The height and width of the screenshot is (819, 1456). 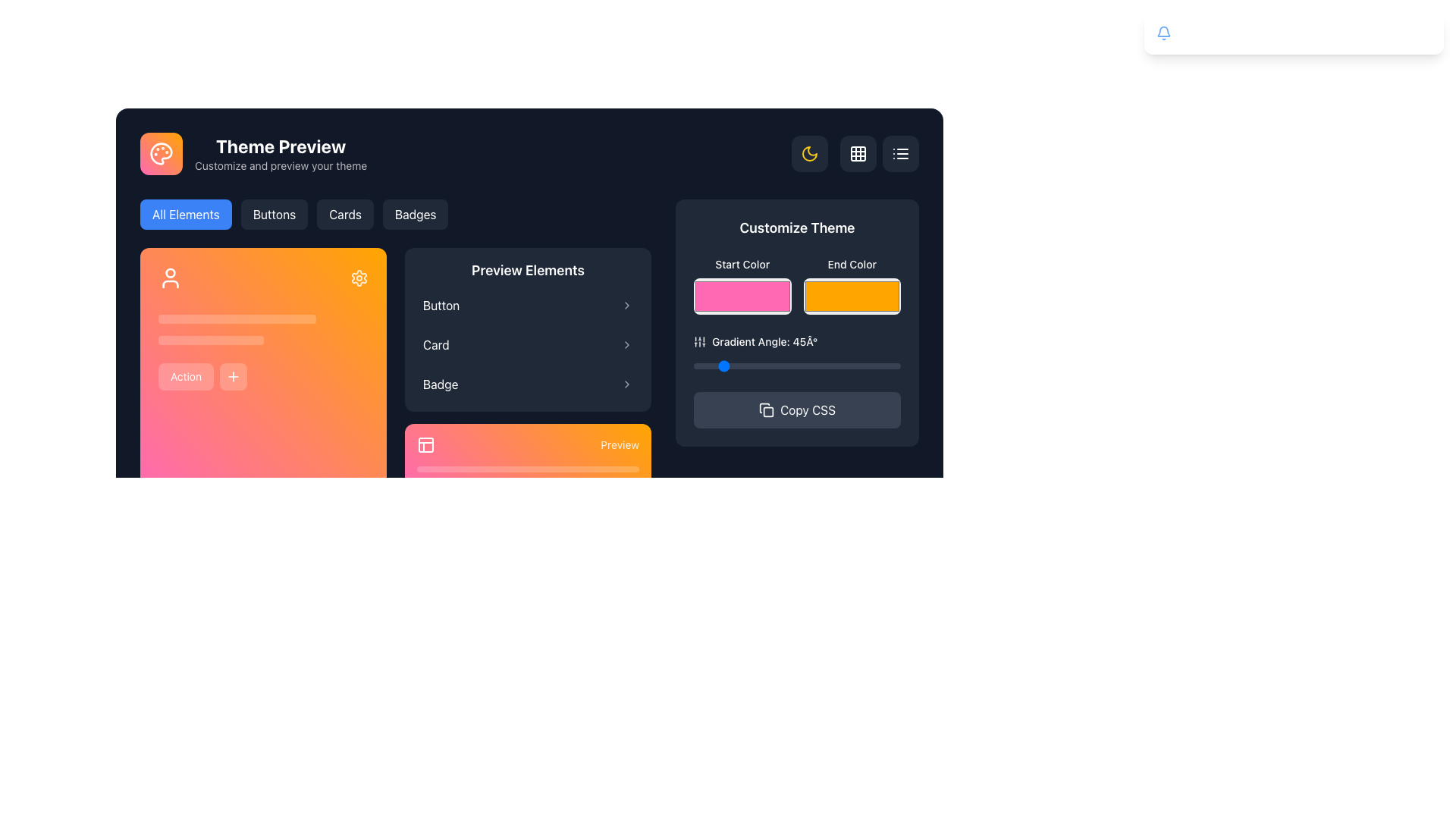 I want to click on the appearance of the small square with rounded corners located within the 'Copy CSS' button area under the 'Customize Theme' section, so click(x=768, y=412).